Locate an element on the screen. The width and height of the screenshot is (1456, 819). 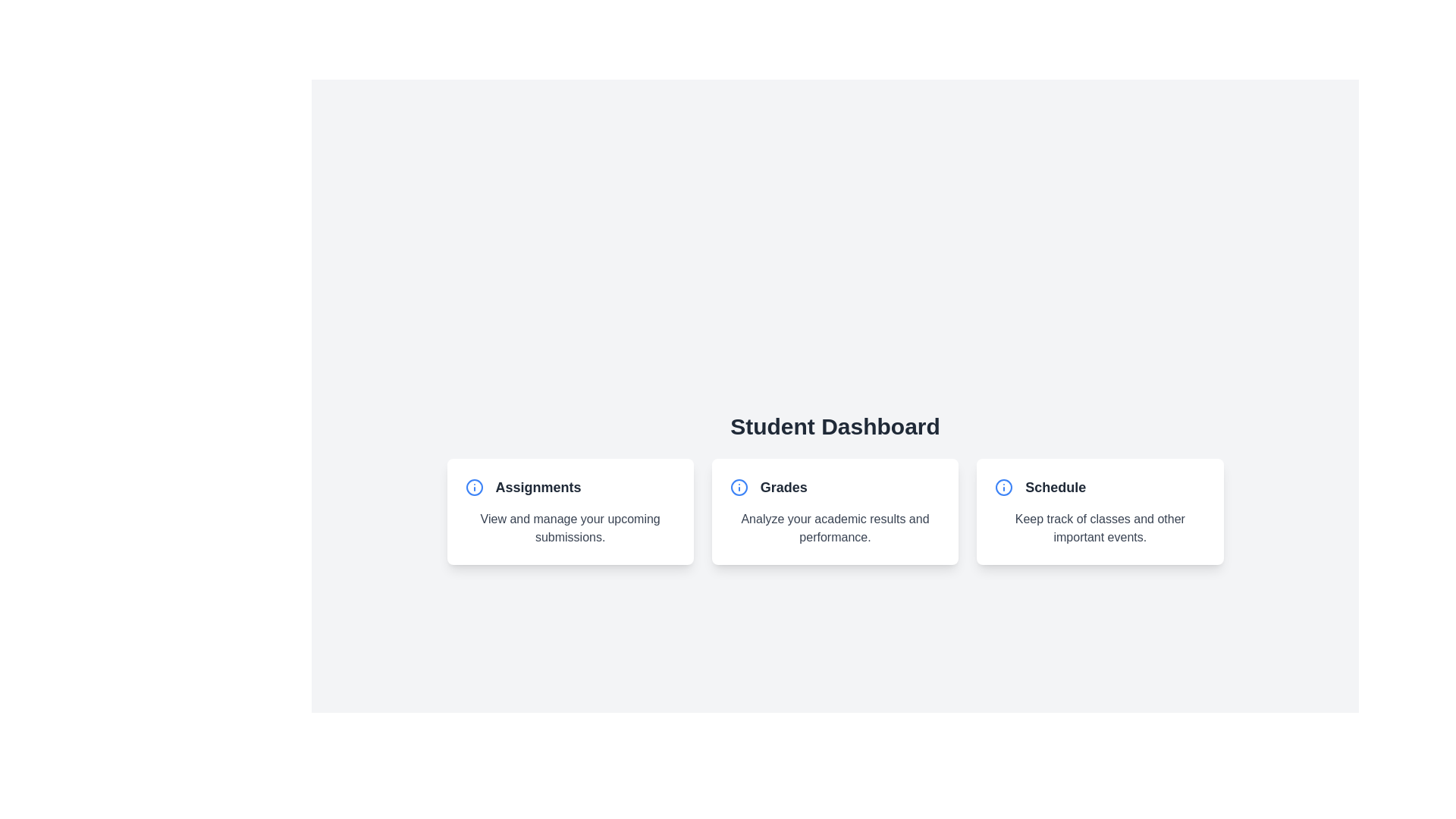
the static informative text that reads 'Analyze your academic results and performance.' which is styled in gray and located below the 'Grades' heading in the card layout is located at coordinates (834, 528).